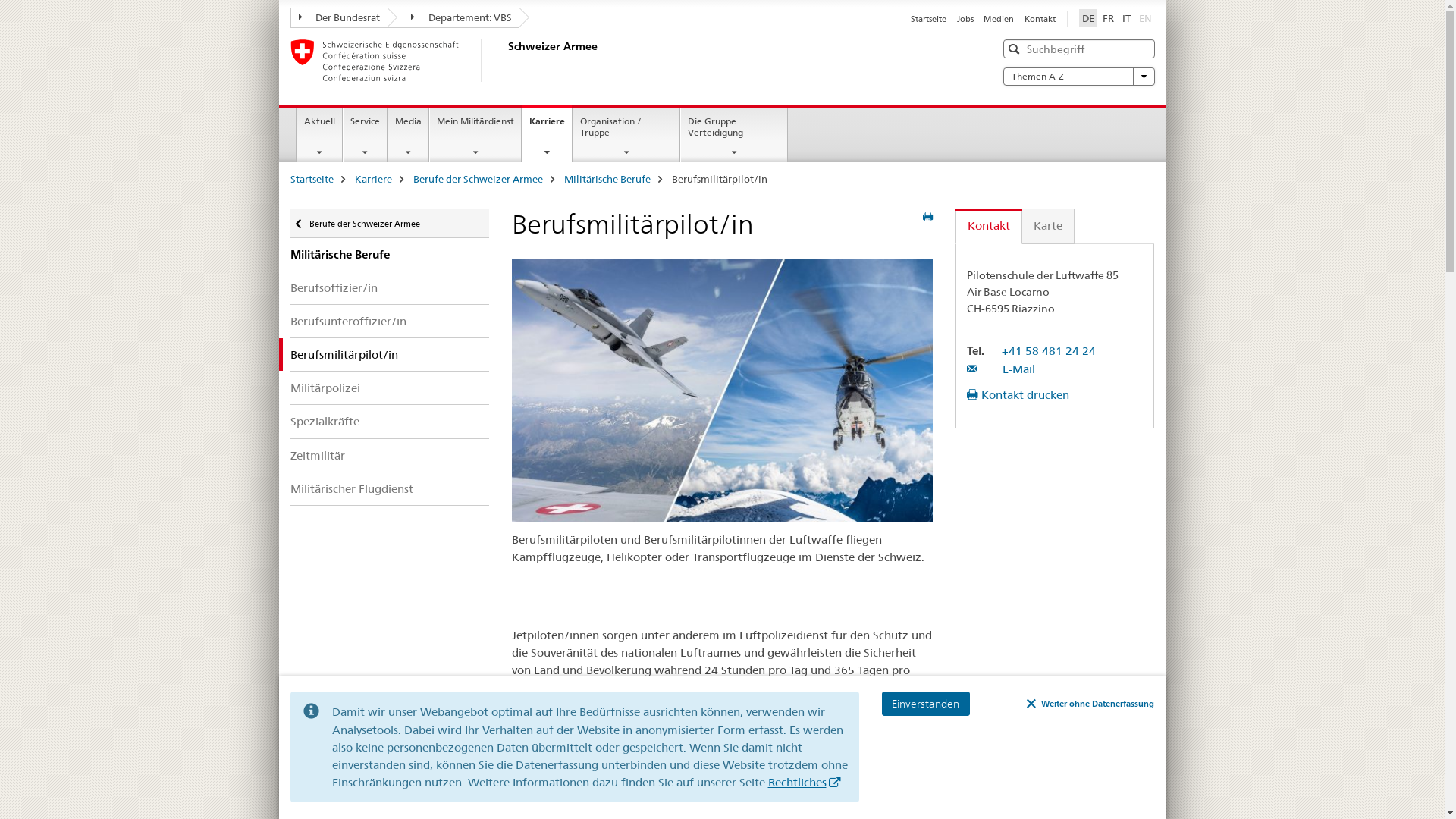 This screenshot has width=1456, height=819. Describe the element at coordinates (1145, 17) in the screenshot. I see `'EN` at that location.